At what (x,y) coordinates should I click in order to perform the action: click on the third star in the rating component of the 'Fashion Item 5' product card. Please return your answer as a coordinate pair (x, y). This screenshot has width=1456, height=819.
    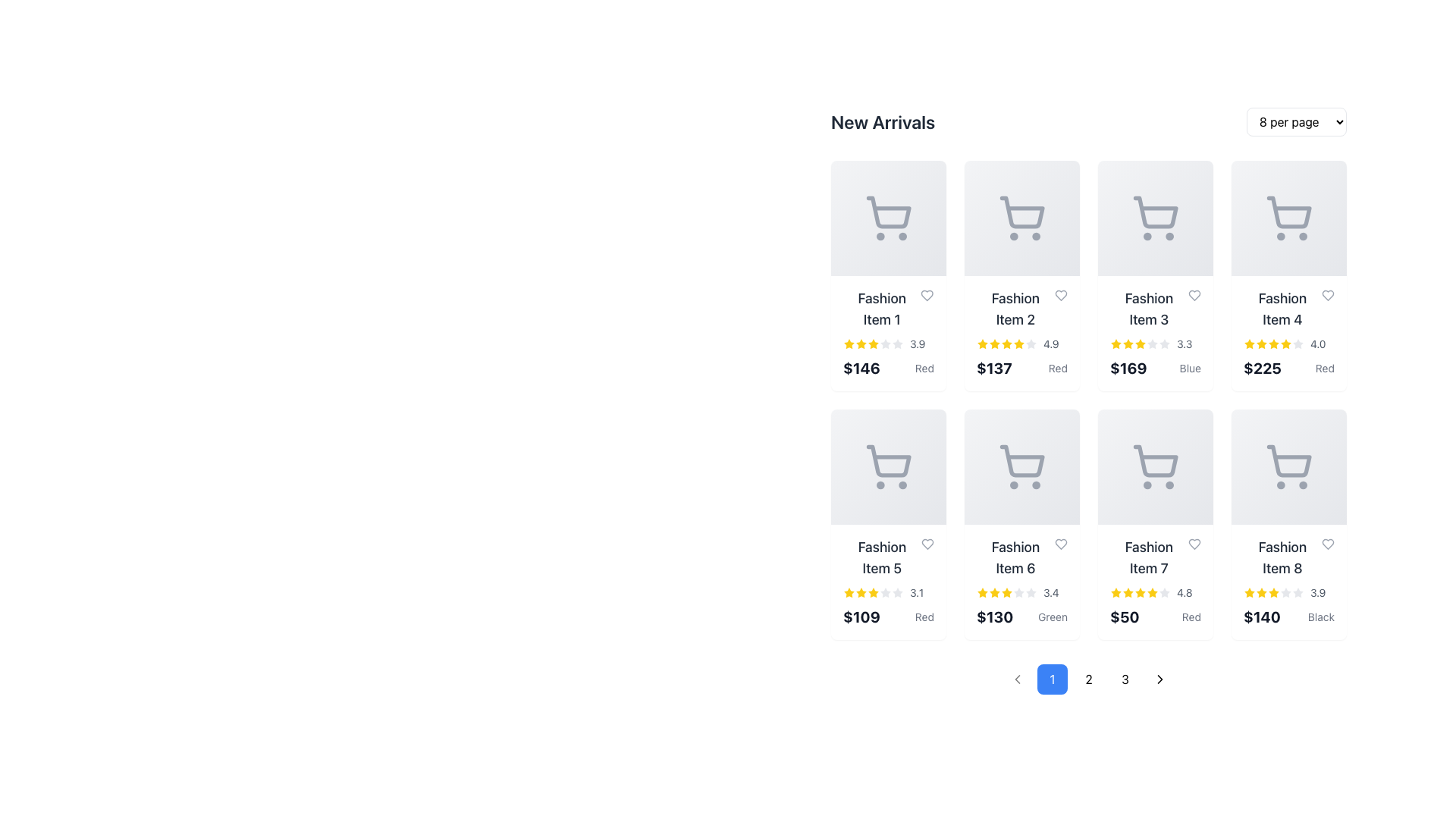
    Looking at the image, I should click on (861, 592).